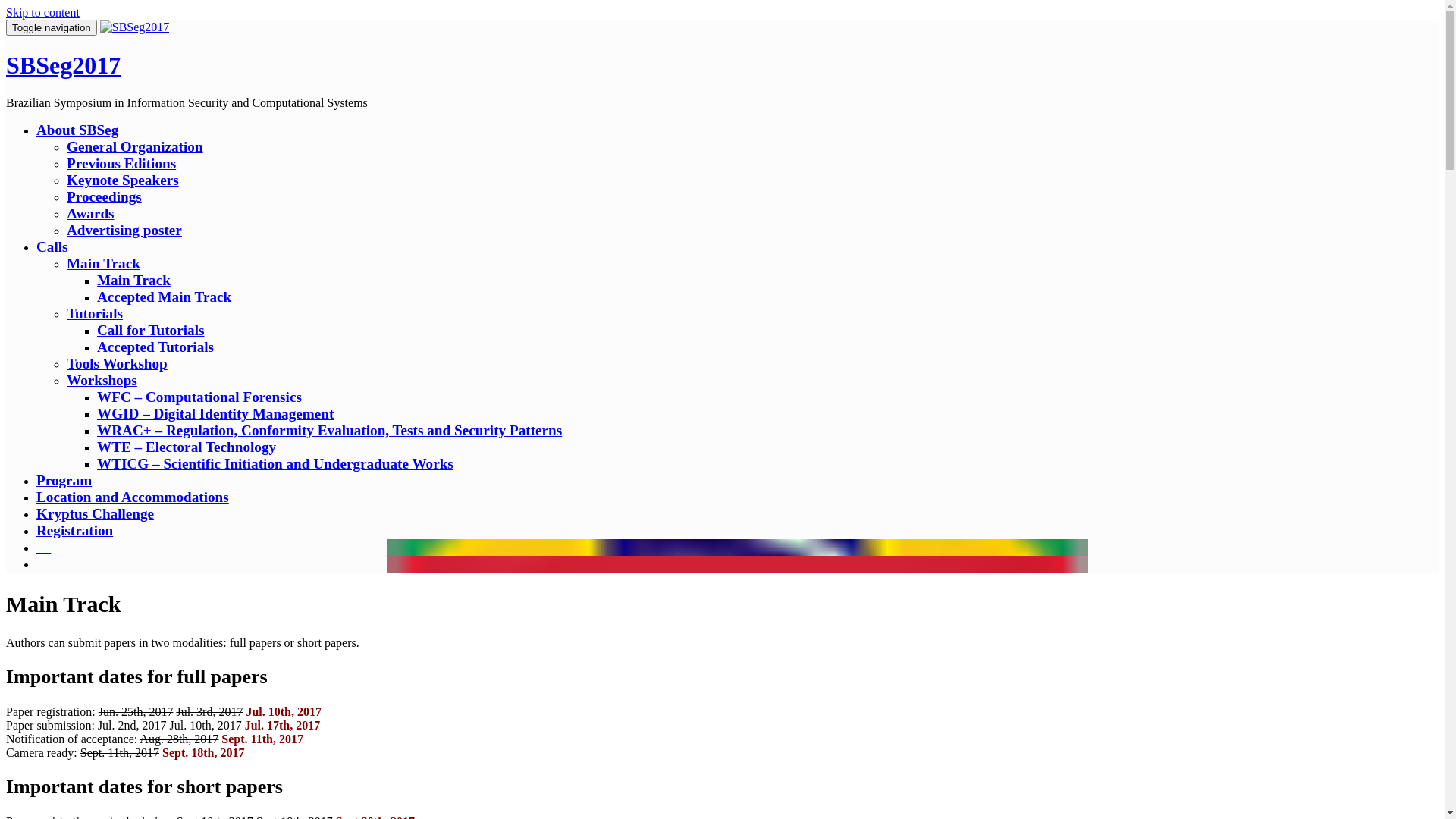 The width and height of the screenshot is (1456, 819). I want to click on 'Tutorials', so click(65, 312).